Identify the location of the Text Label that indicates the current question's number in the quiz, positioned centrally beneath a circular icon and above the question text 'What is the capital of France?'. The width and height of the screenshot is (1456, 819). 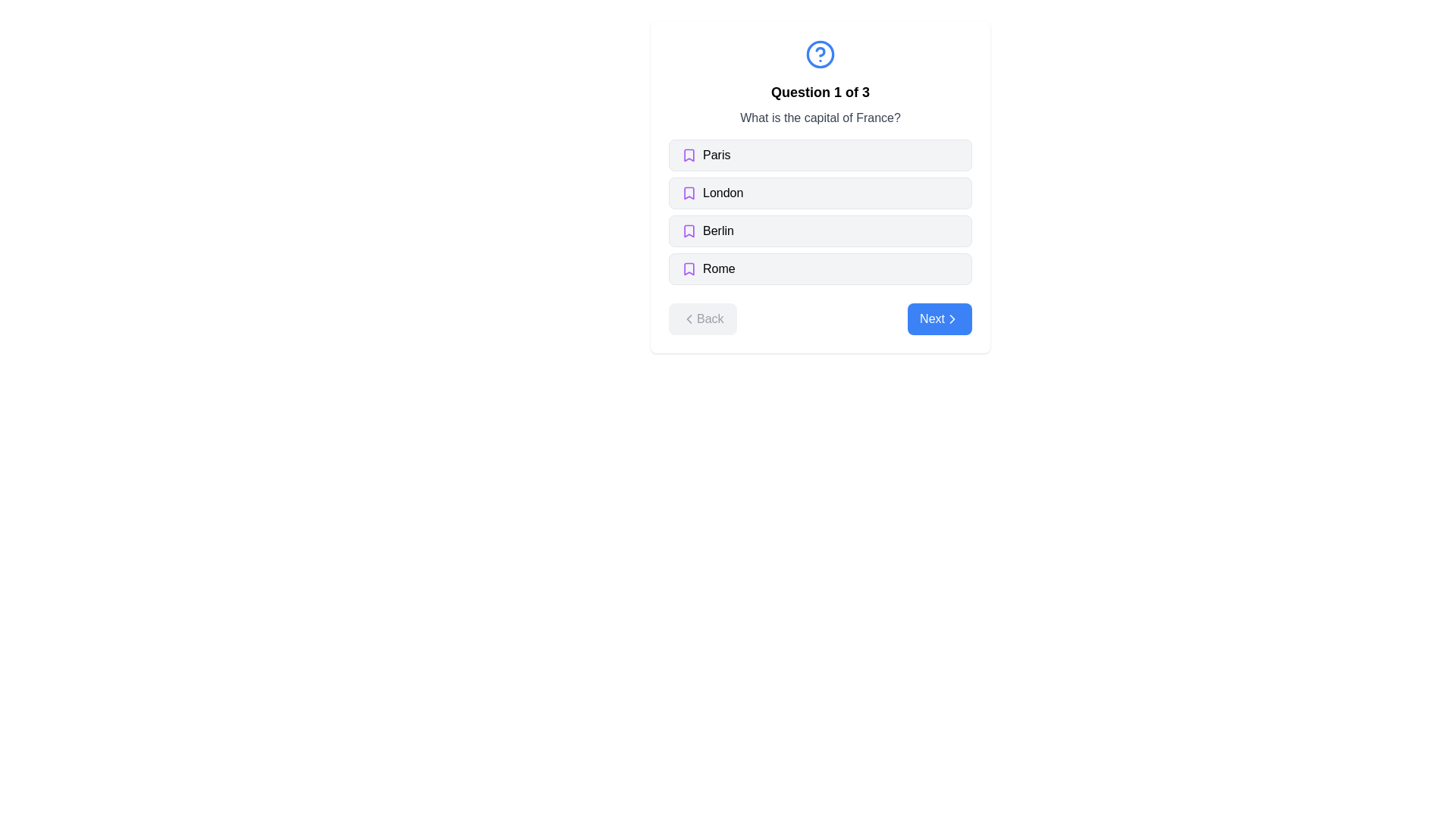
(819, 93).